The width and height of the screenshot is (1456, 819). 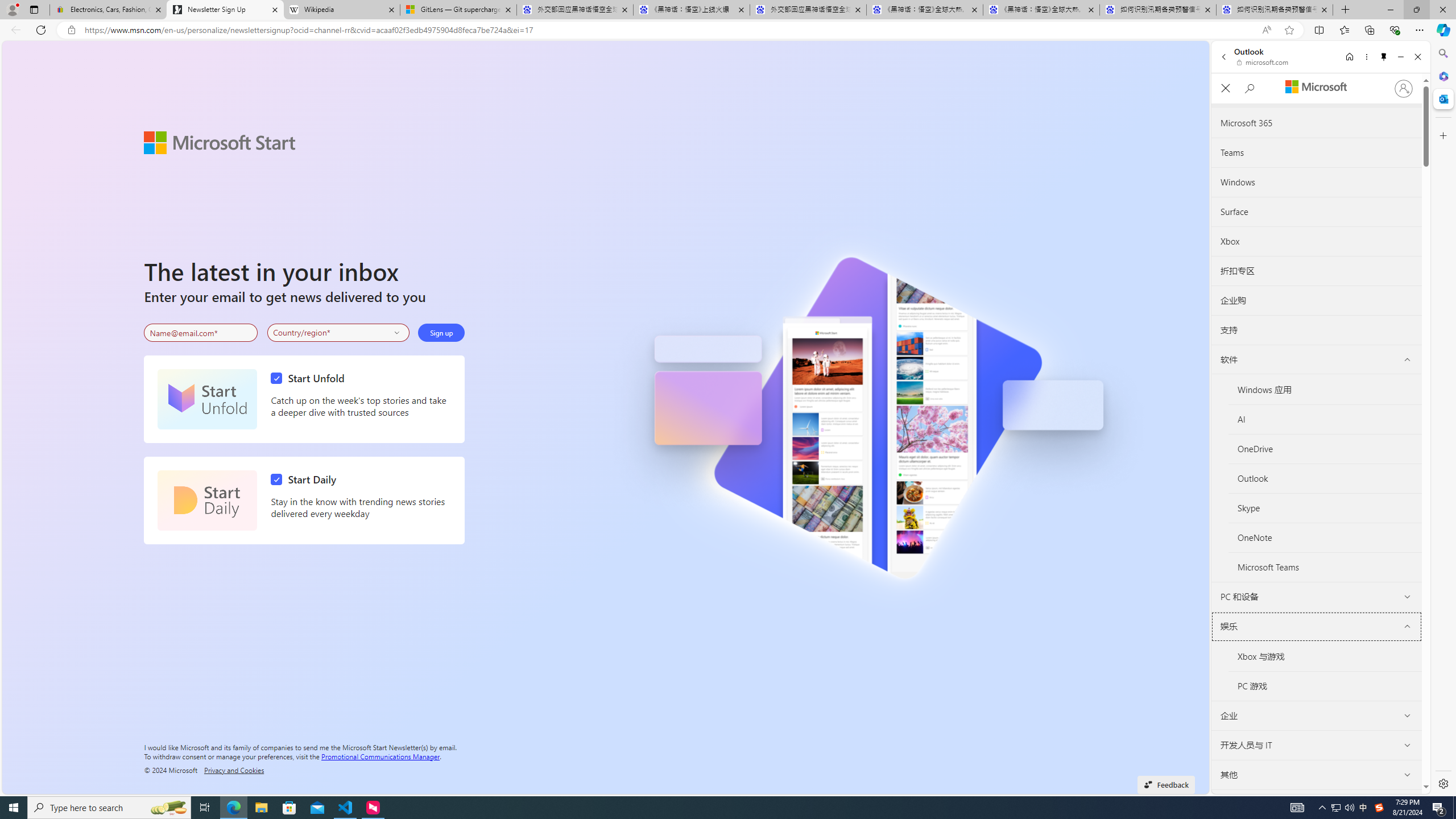 What do you see at coordinates (1316, 211) in the screenshot?
I see `'Surface'` at bounding box center [1316, 211].